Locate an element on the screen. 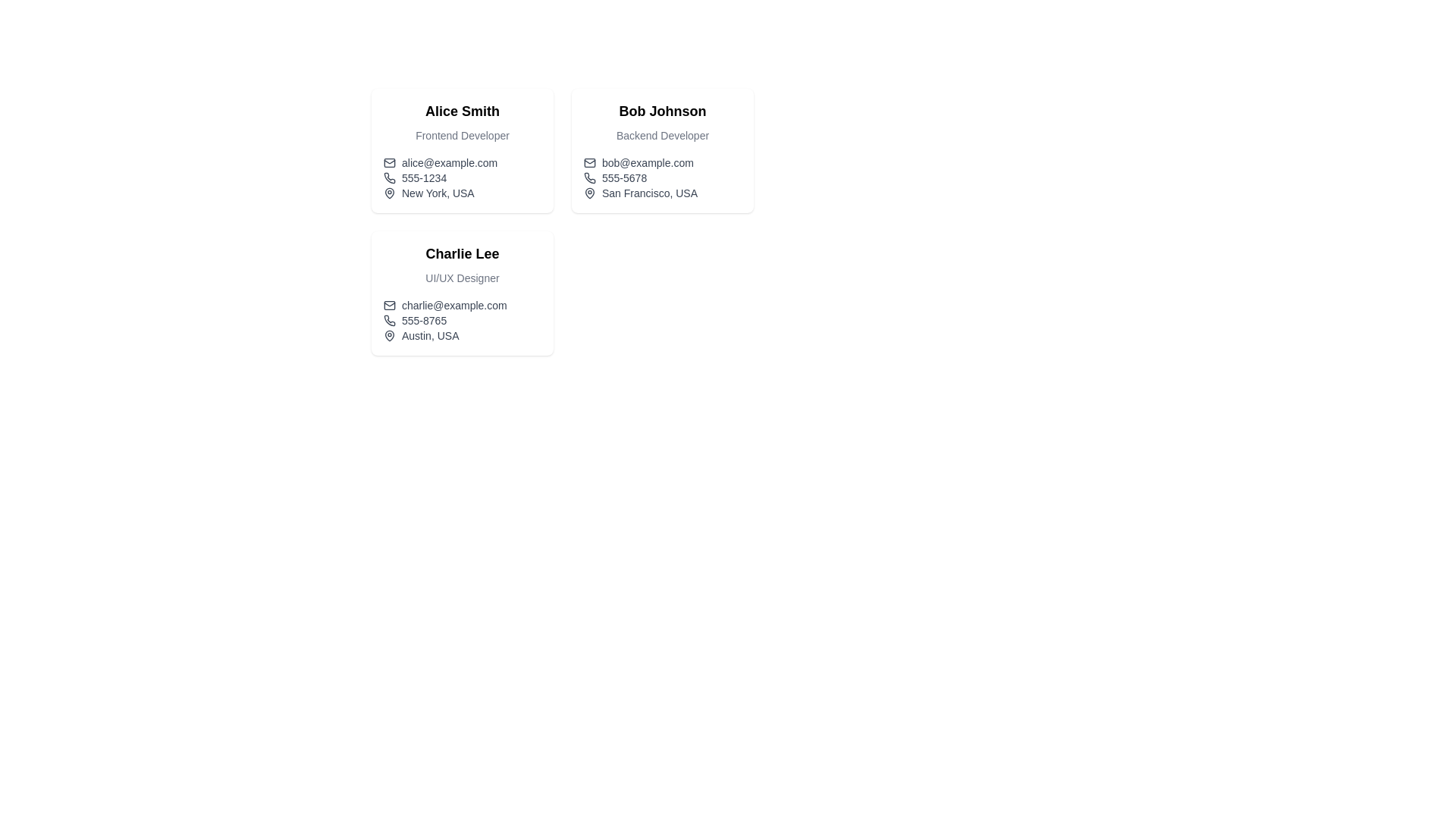  the curved segment of the location pin icon associated with the address 'Austin, USA' in the lower card of the UI interface is located at coordinates (389, 335).